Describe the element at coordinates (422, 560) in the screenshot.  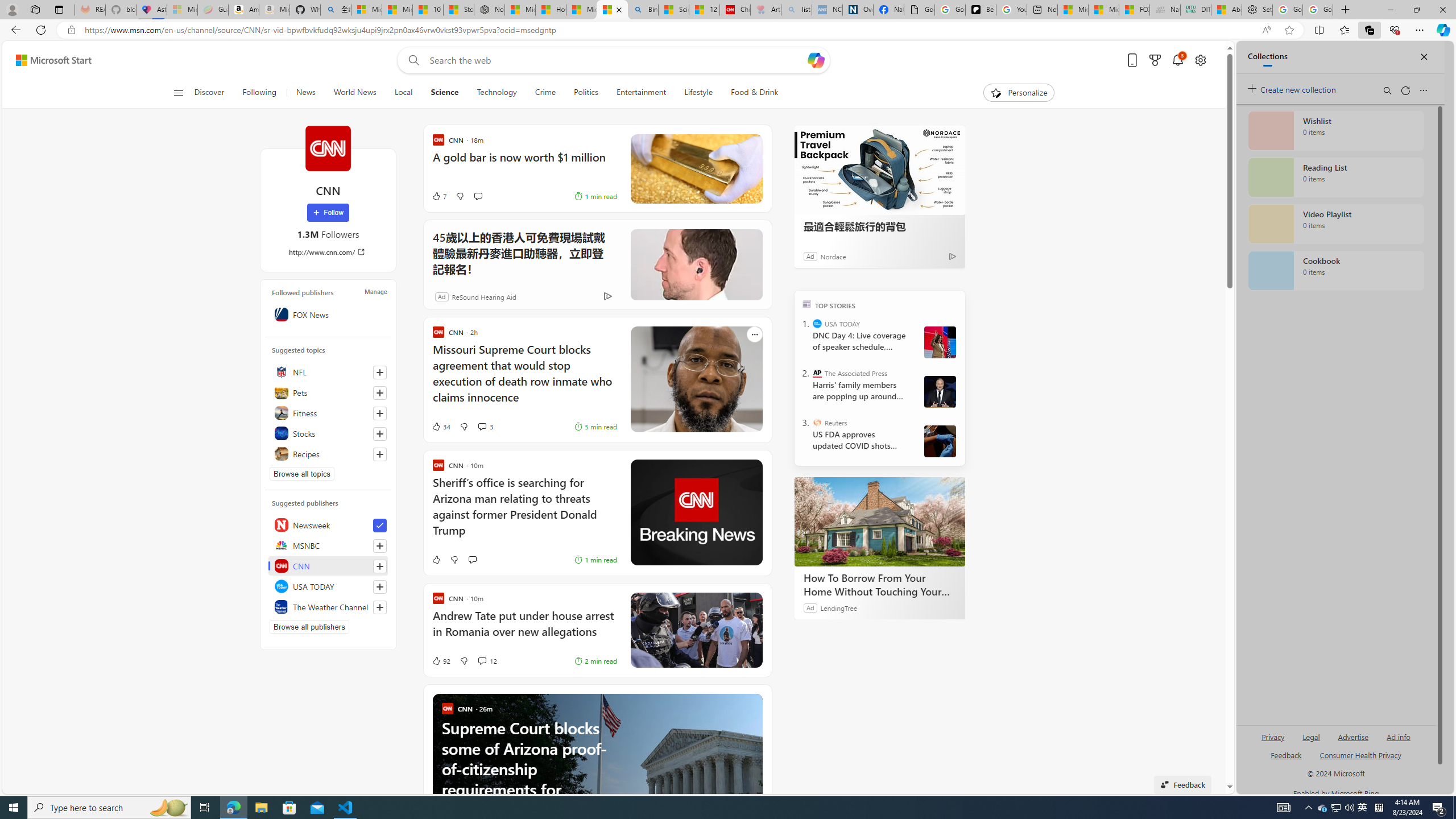
I see `'Like'` at that location.